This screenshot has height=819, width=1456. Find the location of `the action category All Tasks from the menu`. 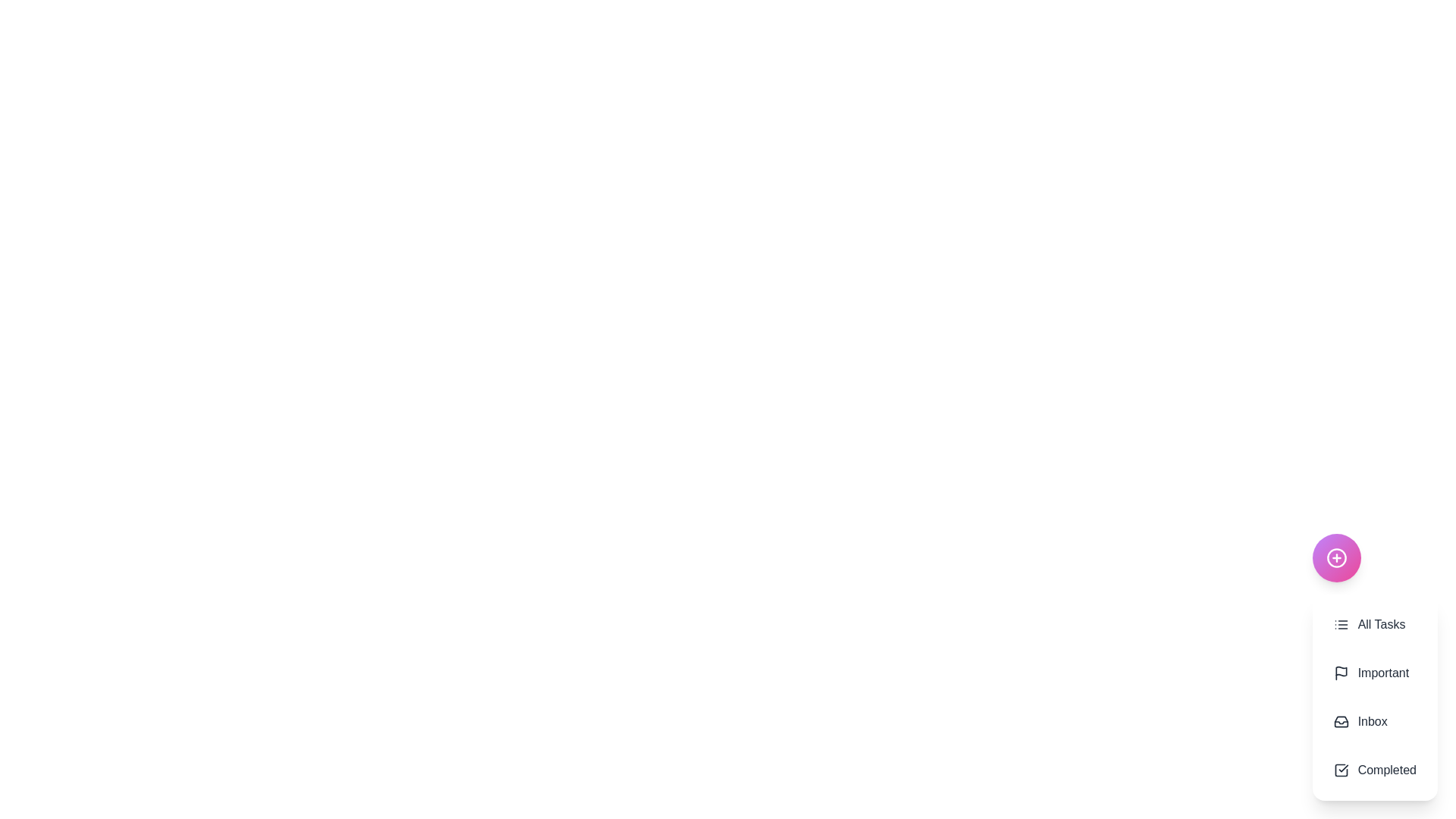

the action category All Tasks from the menu is located at coordinates (1375, 625).